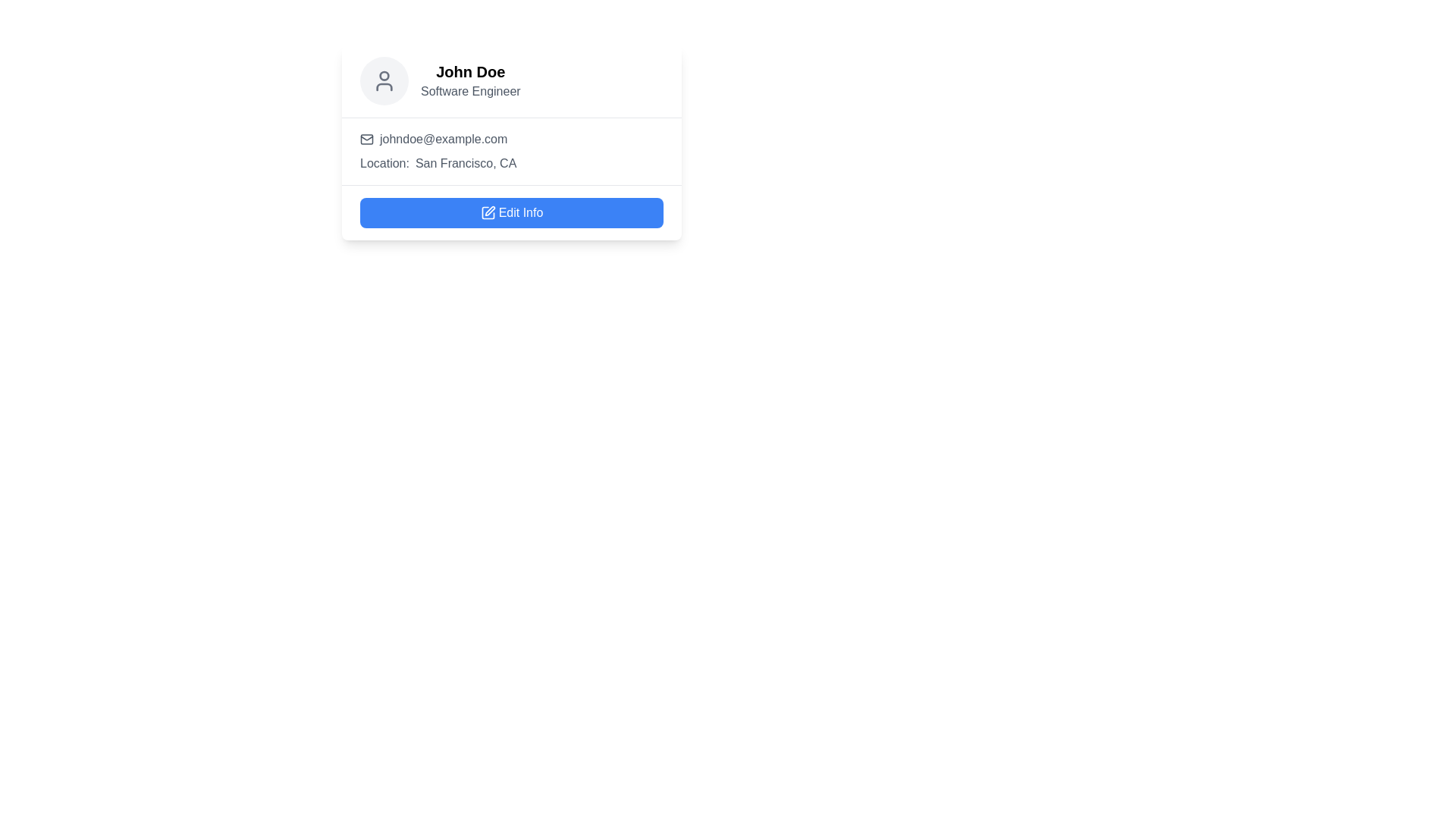  What do you see at coordinates (384, 164) in the screenshot?
I see `the text label that reads 'Location:' which is styled in gray and positioned above the 'Edit Info' button` at bounding box center [384, 164].